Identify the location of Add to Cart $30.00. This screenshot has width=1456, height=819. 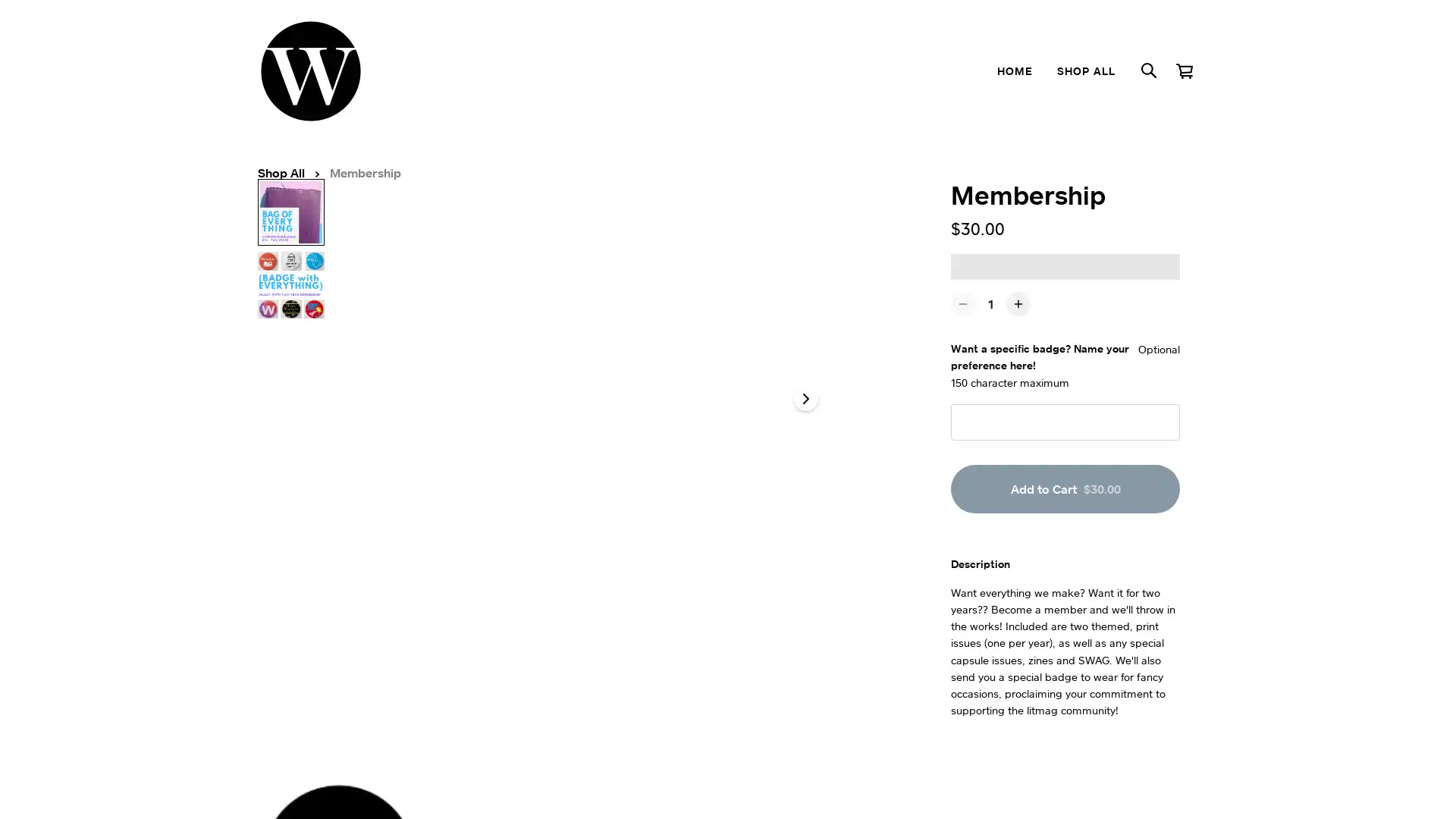
(1065, 508).